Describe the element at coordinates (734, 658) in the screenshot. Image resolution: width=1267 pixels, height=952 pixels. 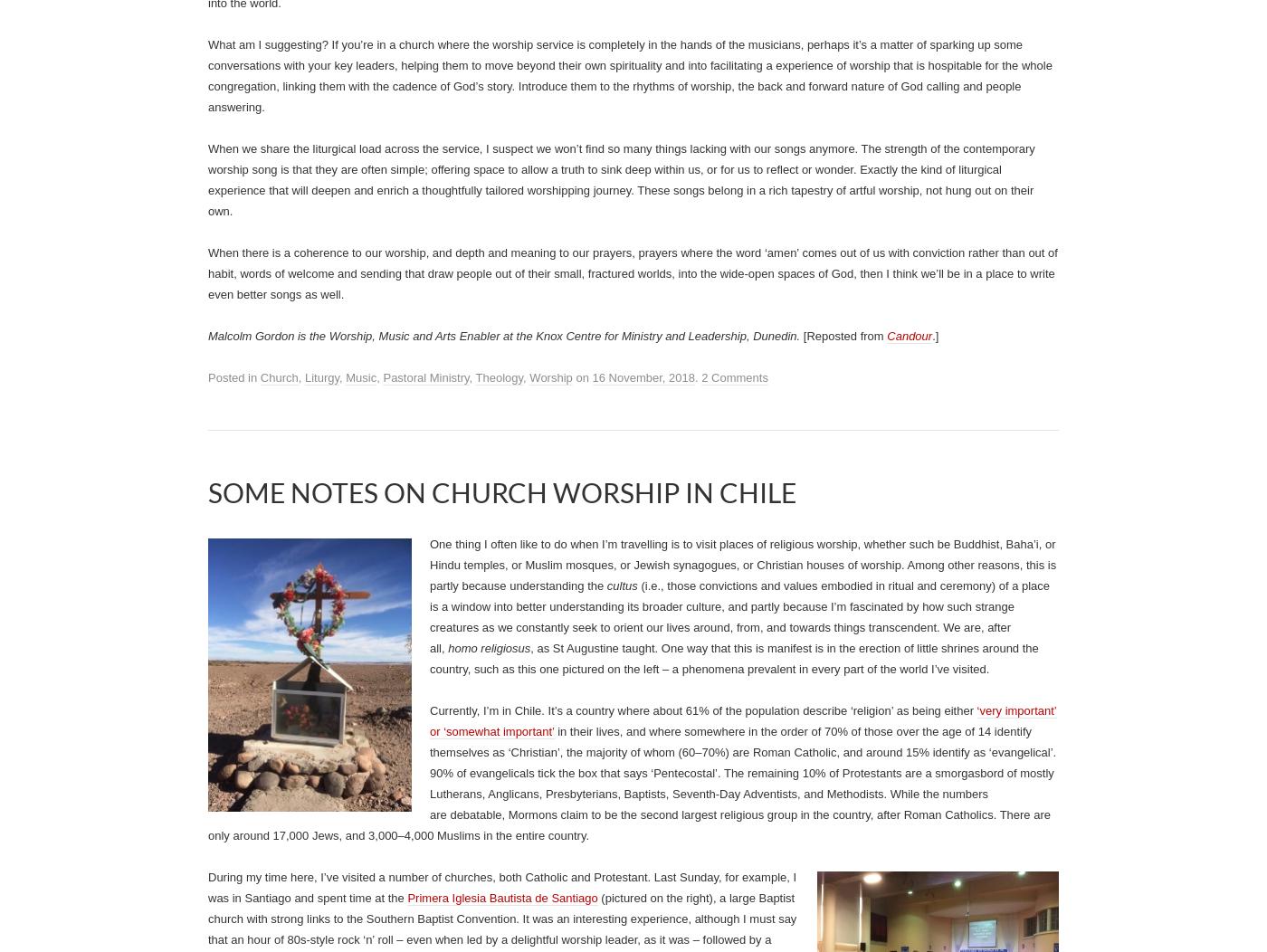
I see `'One way that this is manifest is in the erection of little shrines around the country, such as this one pictured on the left – a phenomena prevalent in every part of the world I’ve visited.'` at that location.